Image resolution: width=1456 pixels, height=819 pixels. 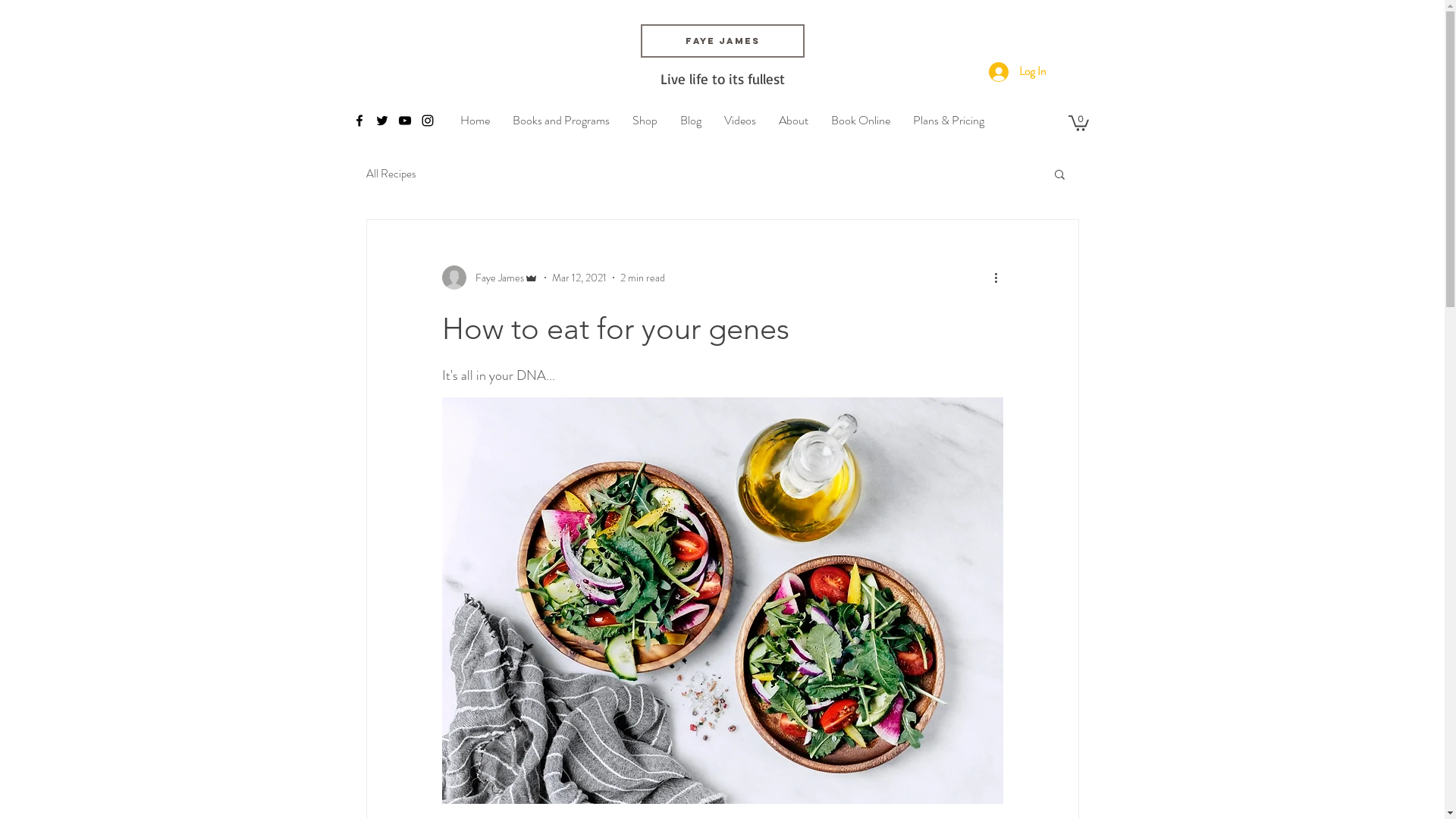 I want to click on 'Books and Programs', so click(x=560, y=119).